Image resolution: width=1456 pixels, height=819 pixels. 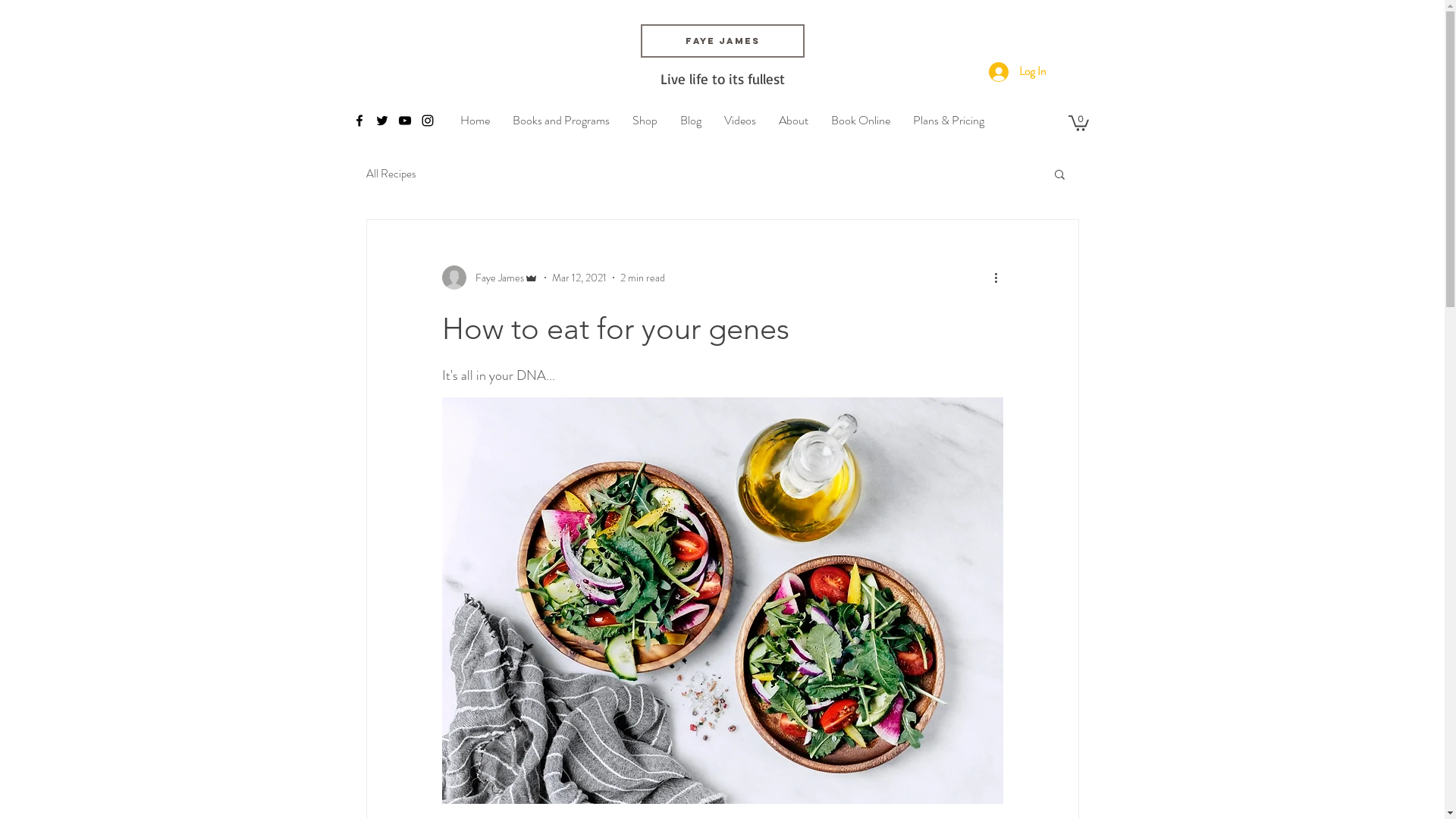 I want to click on 'Books and Programs', so click(x=560, y=119).